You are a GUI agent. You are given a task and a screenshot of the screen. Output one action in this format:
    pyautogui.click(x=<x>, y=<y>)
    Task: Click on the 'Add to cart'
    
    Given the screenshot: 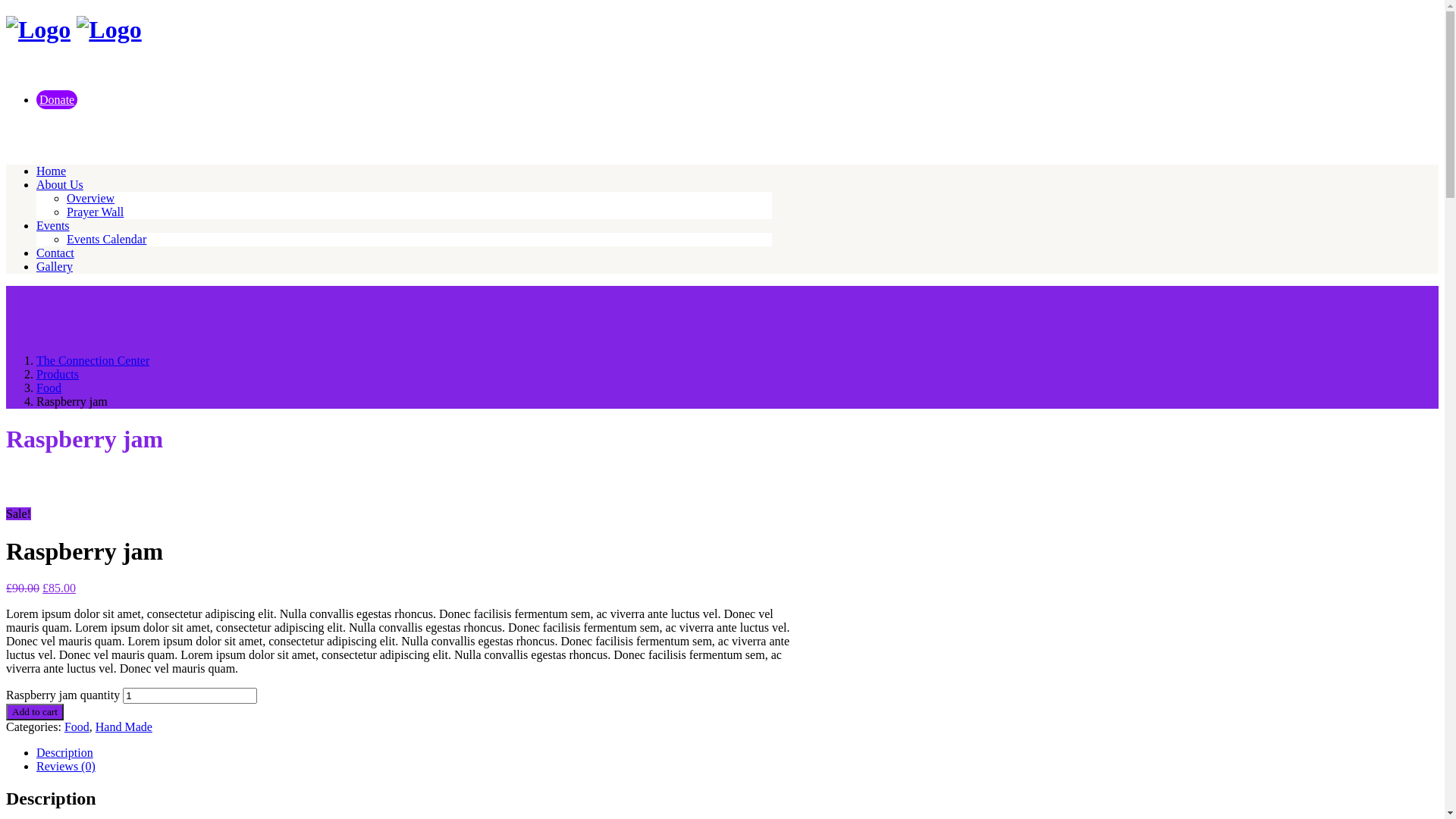 What is the action you would take?
    pyautogui.click(x=6, y=711)
    